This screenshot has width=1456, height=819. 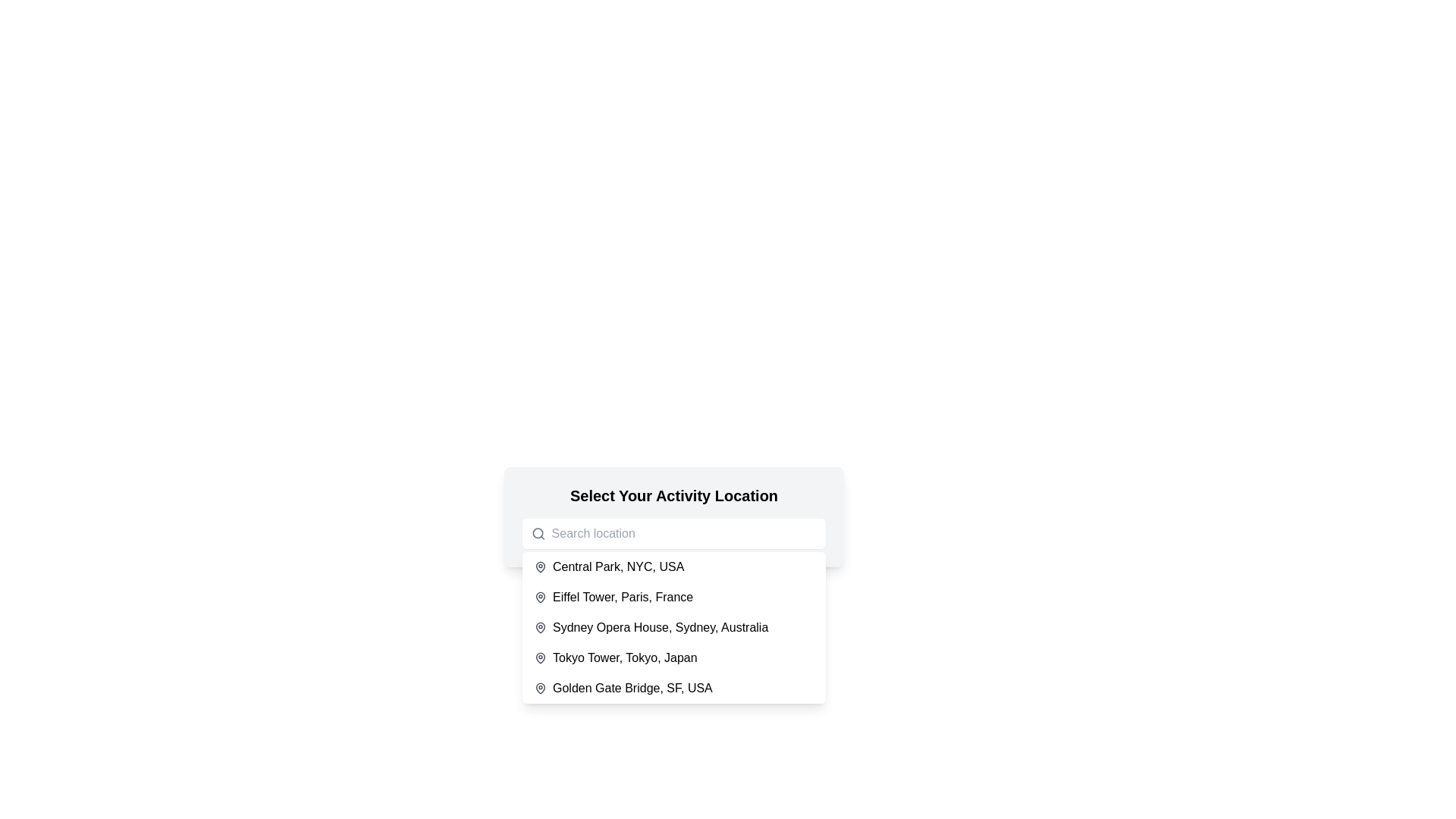 What do you see at coordinates (541, 626) in the screenshot?
I see `the pin icon in the dropdown menu labeled 'Select Your Activity Location' that is positioned to the left of the text 'Sydney Opera House, Sydney, Australia'` at bounding box center [541, 626].